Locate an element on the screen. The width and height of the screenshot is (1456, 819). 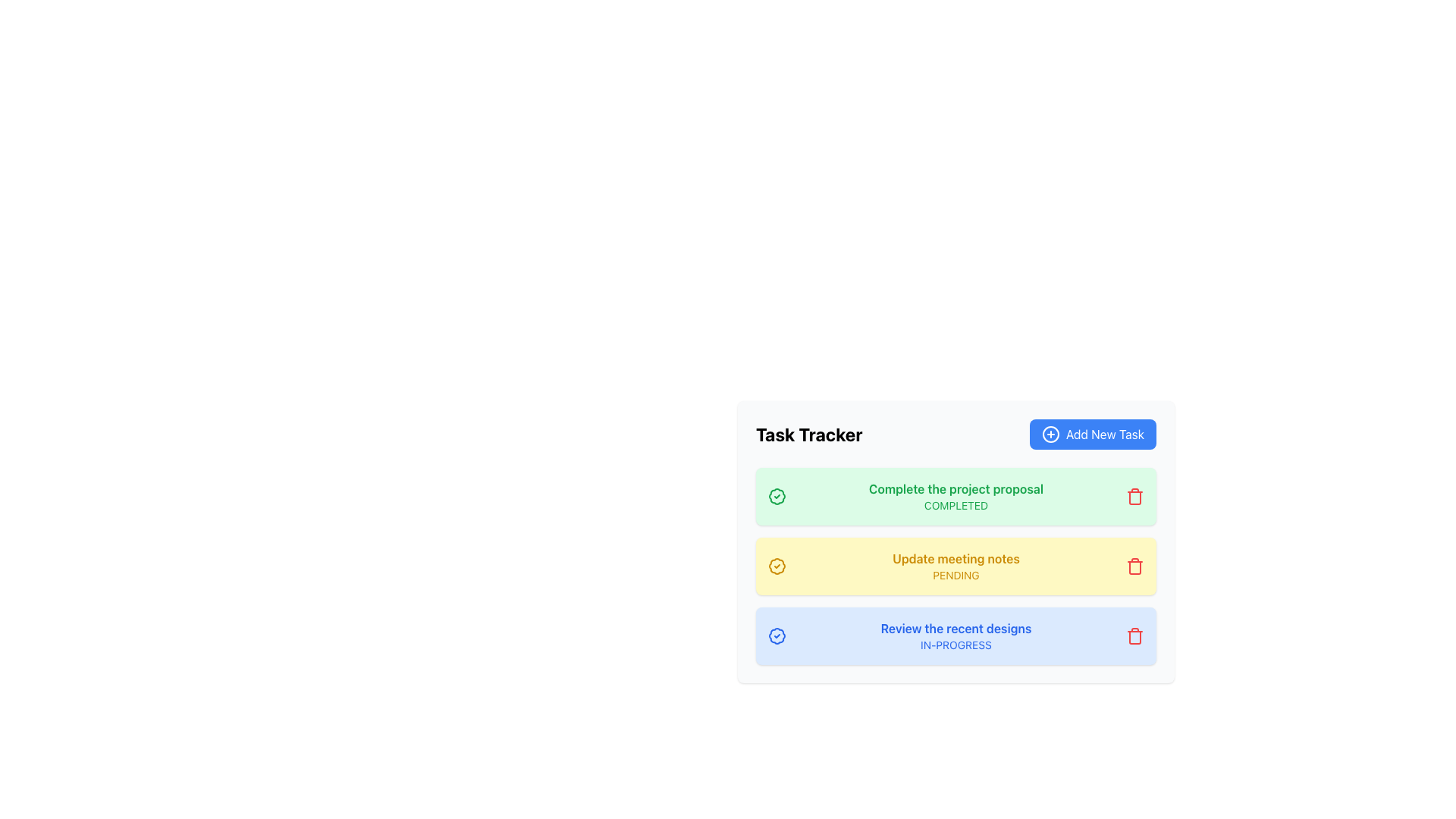
'Task Tracker' title for context by focusing on the Toolbar at the top of the task management interface is located at coordinates (955, 435).